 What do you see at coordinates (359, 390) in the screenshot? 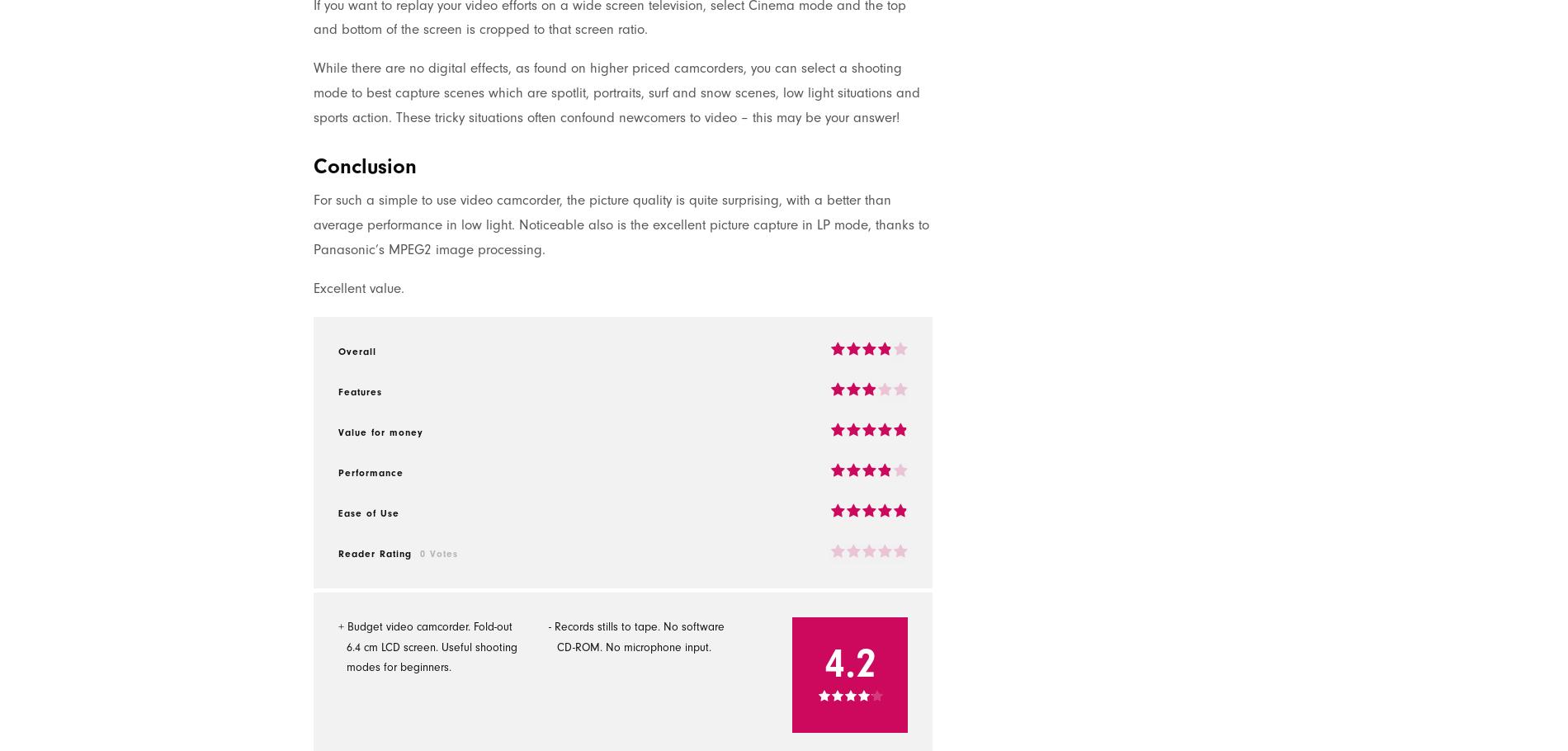
I see `'Features'` at bounding box center [359, 390].